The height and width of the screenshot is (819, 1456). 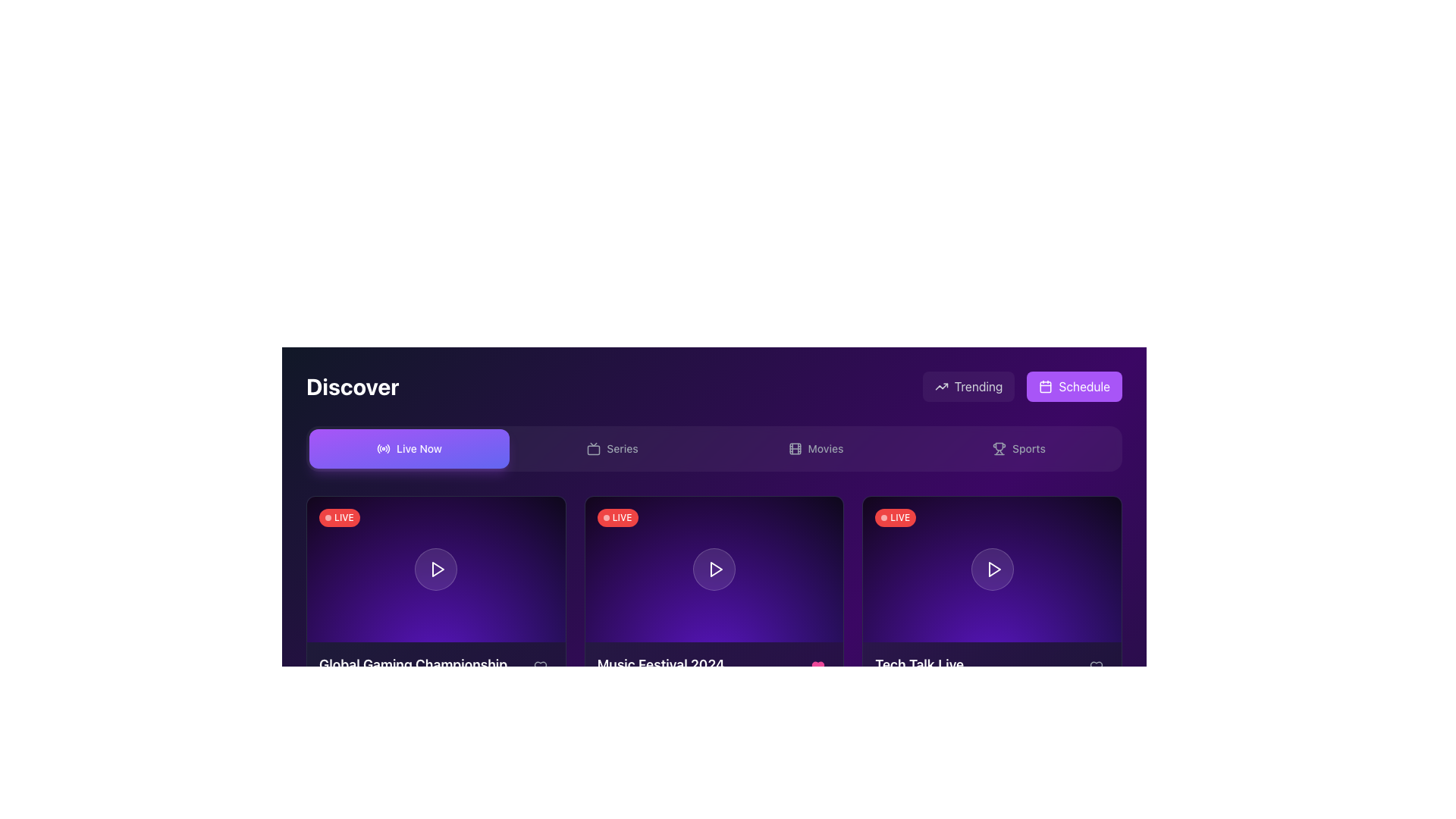 I want to click on the heart icon located at the bottom-right corner of the 'Tech Talk Live' card to like or favorite the associated content, so click(x=1096, y=666).